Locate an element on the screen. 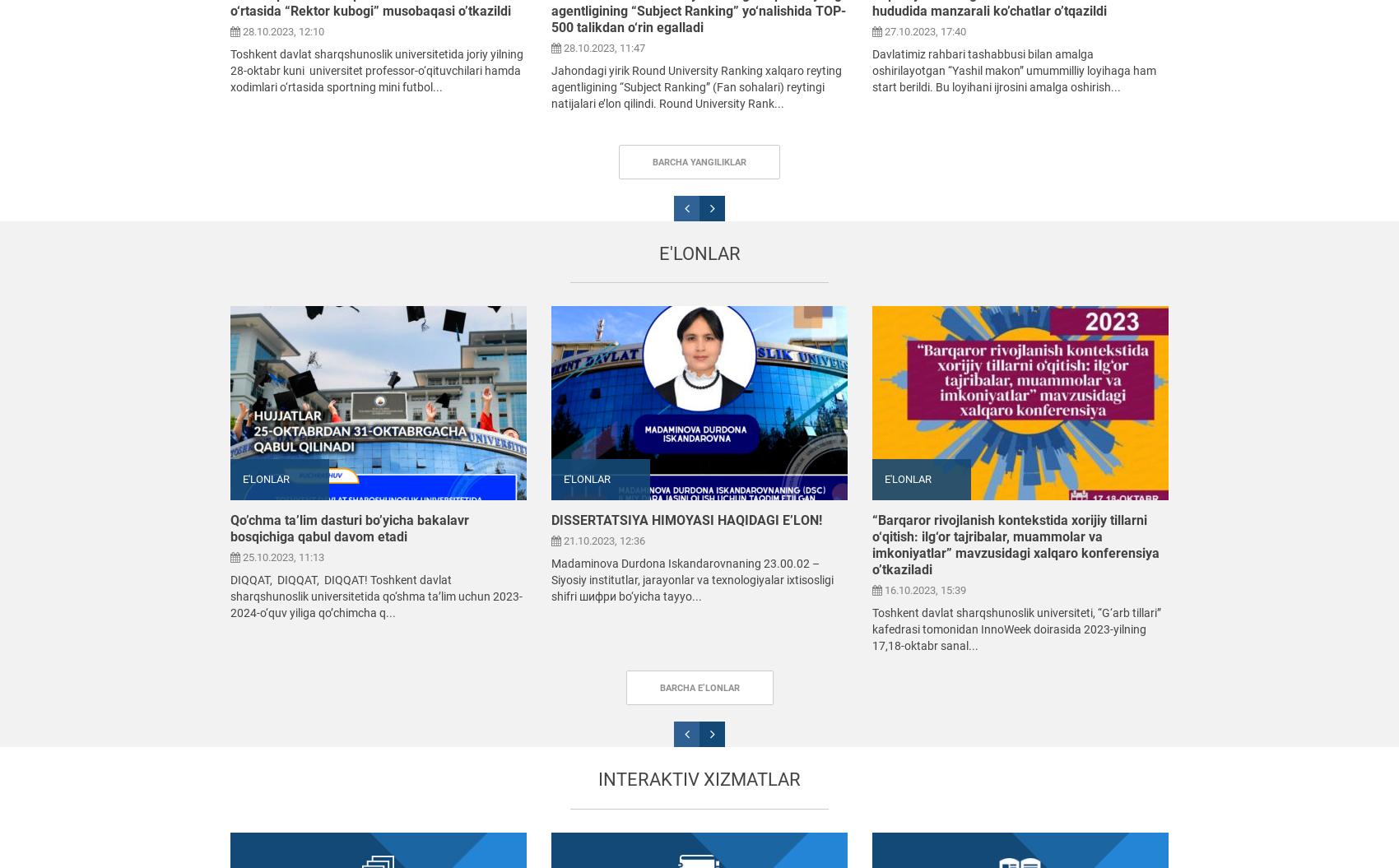 The height and width of the screenshot is (868, 1399). '25.10.2023, 11:13' is located at coordinates (281, 556).